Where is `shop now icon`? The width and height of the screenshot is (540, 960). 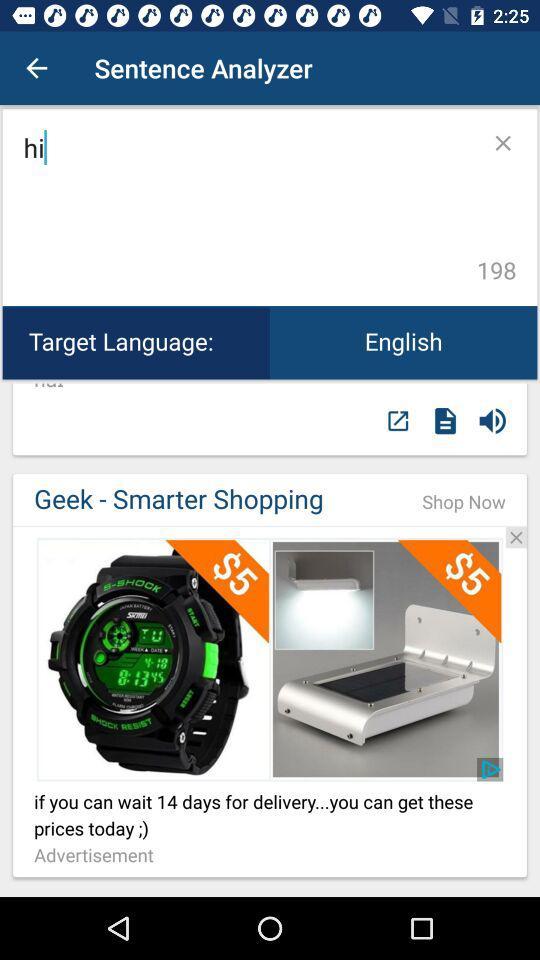 shop now icon is located at coordinates (464, 501).